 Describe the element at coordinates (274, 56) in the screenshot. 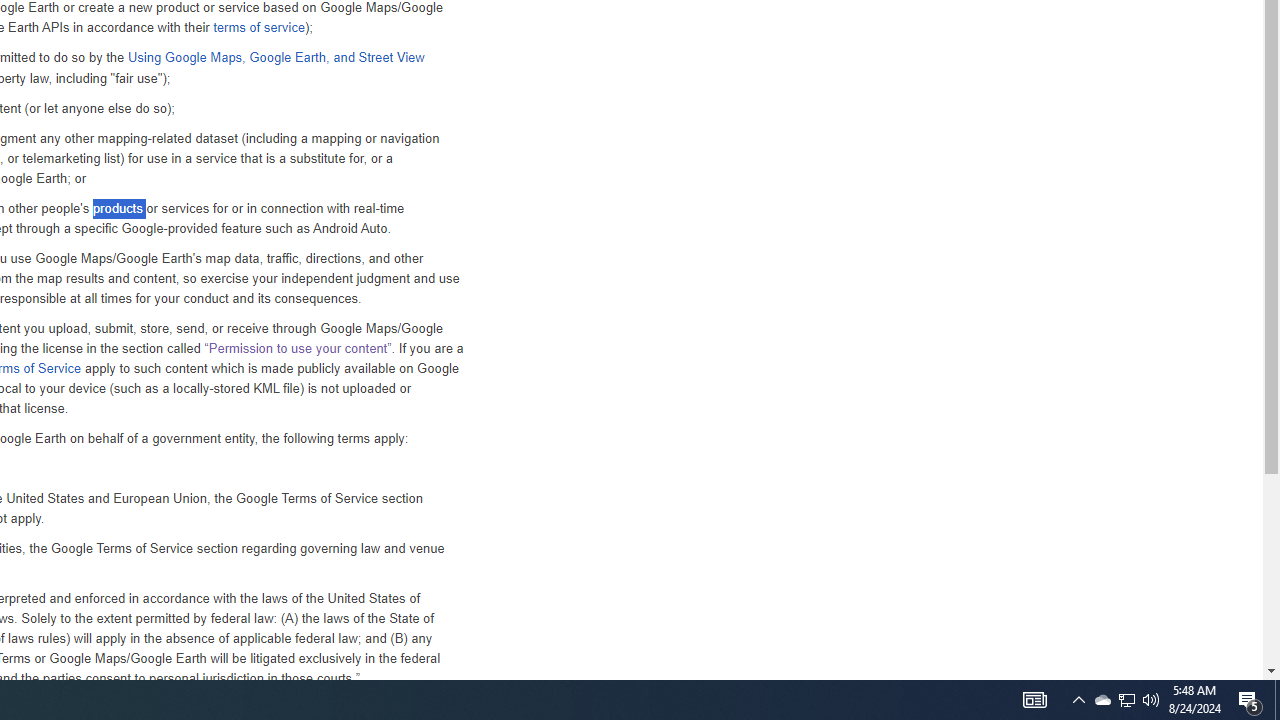

I see `'Using Google Maps, Google Earth, and Street View'` at that location.